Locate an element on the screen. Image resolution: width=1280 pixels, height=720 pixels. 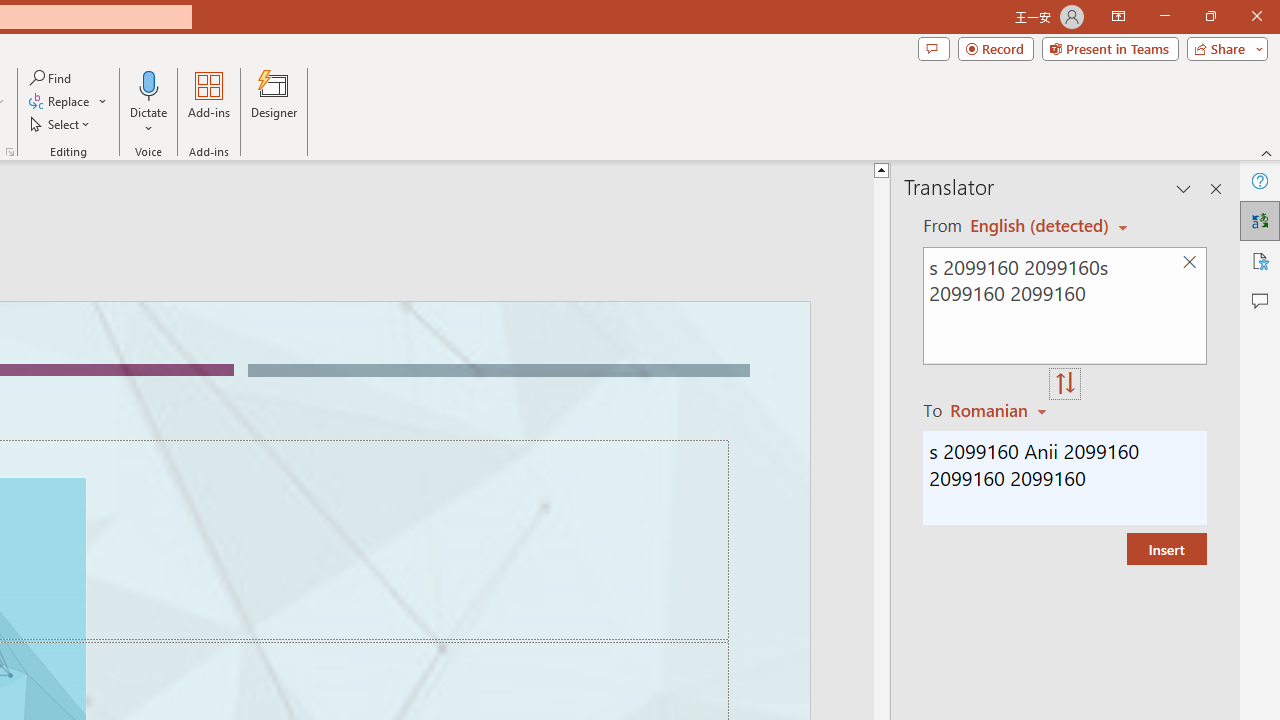
'Dictate' is located at coordinates (148, 84).